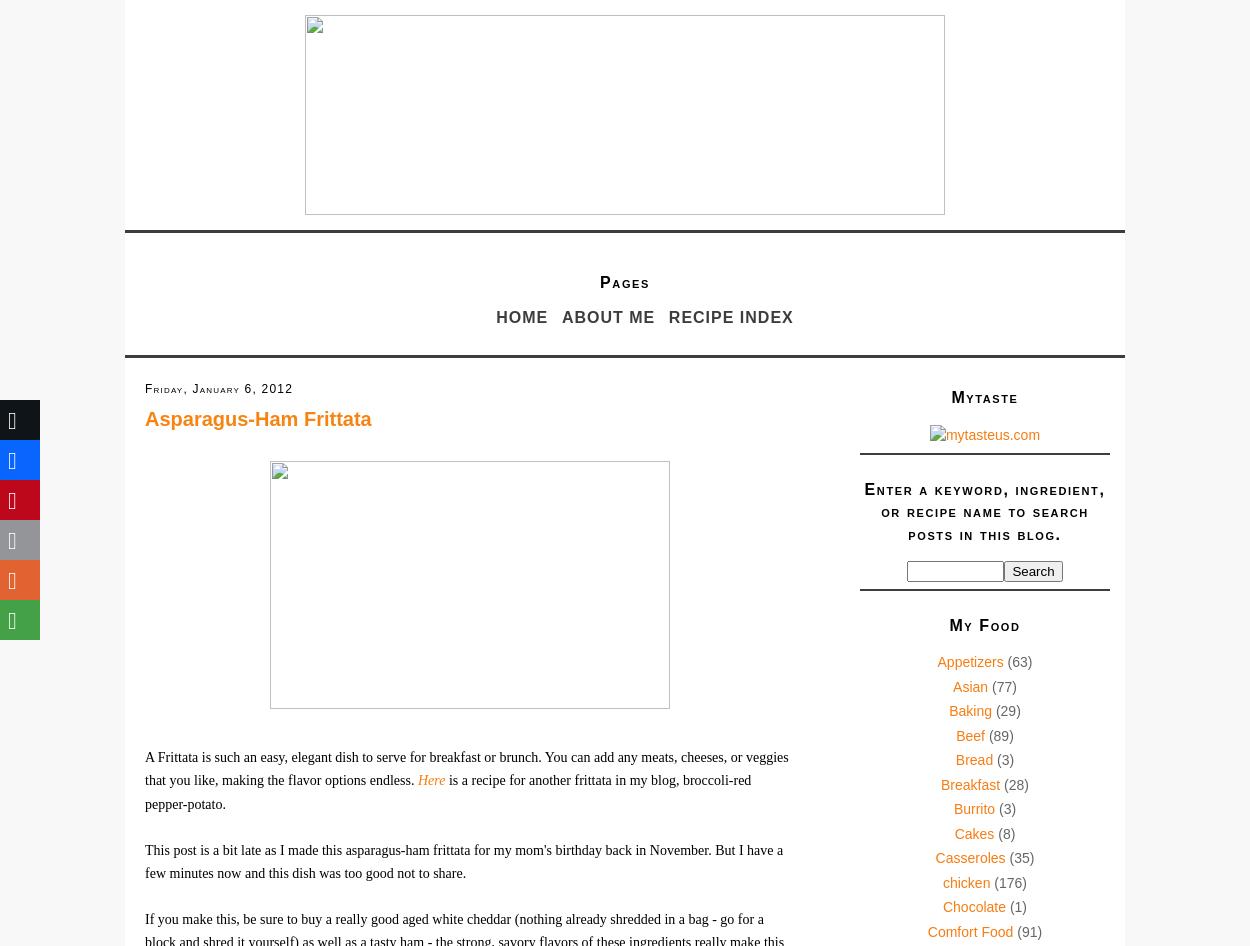 Image resolution: width=1250 pixels, height=946 pixels. What do you see at coordinates (258, 417) in the screenshot?
I see `'Asparagus-Ham Frittata'` at bounding box center [258, 417].